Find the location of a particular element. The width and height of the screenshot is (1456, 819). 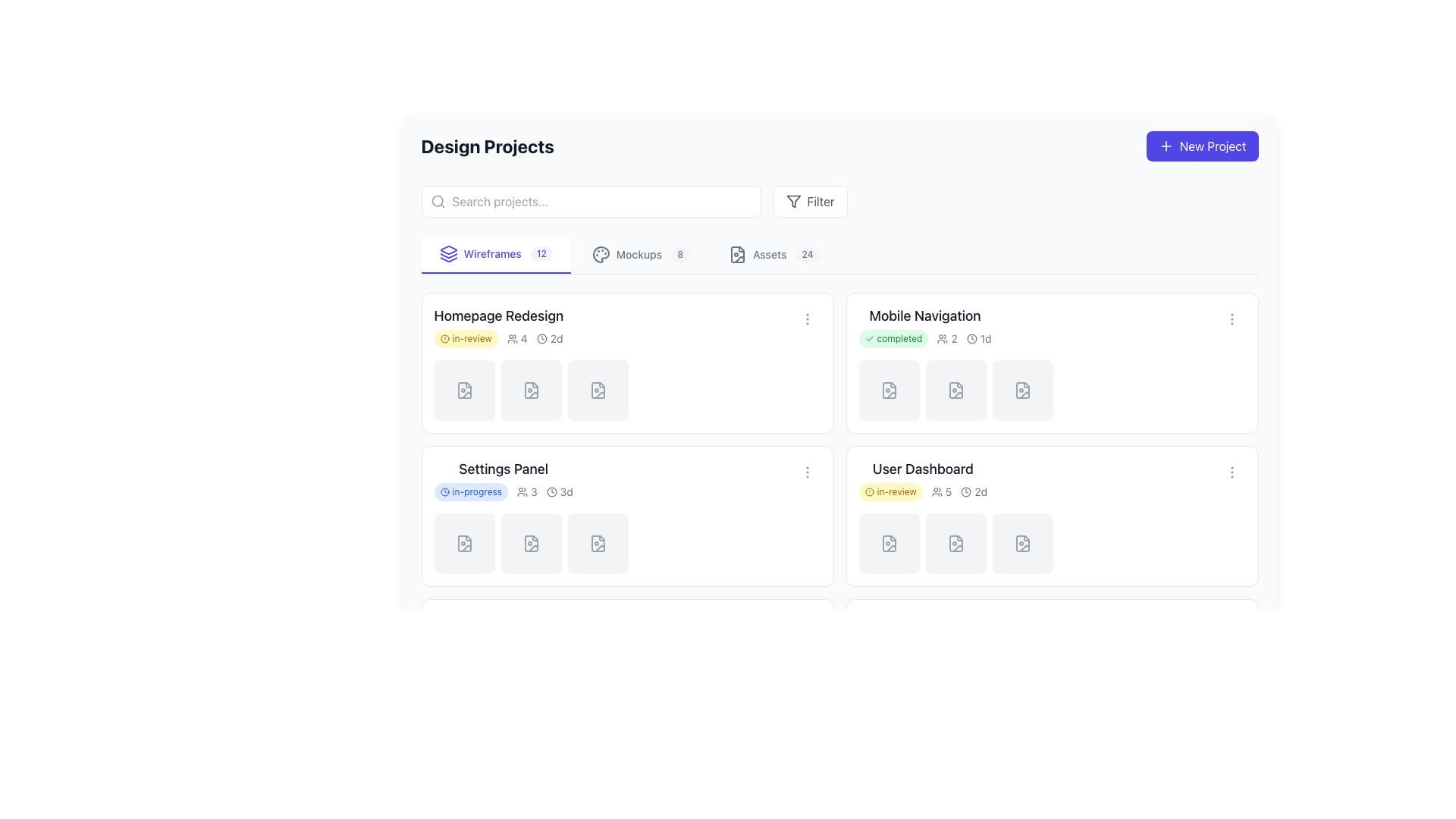

the graphical indicator element within the SVG-based clock icon located in the upper-right section of the 'Mobile Navigation' panel is located at coordinates (971, 338).